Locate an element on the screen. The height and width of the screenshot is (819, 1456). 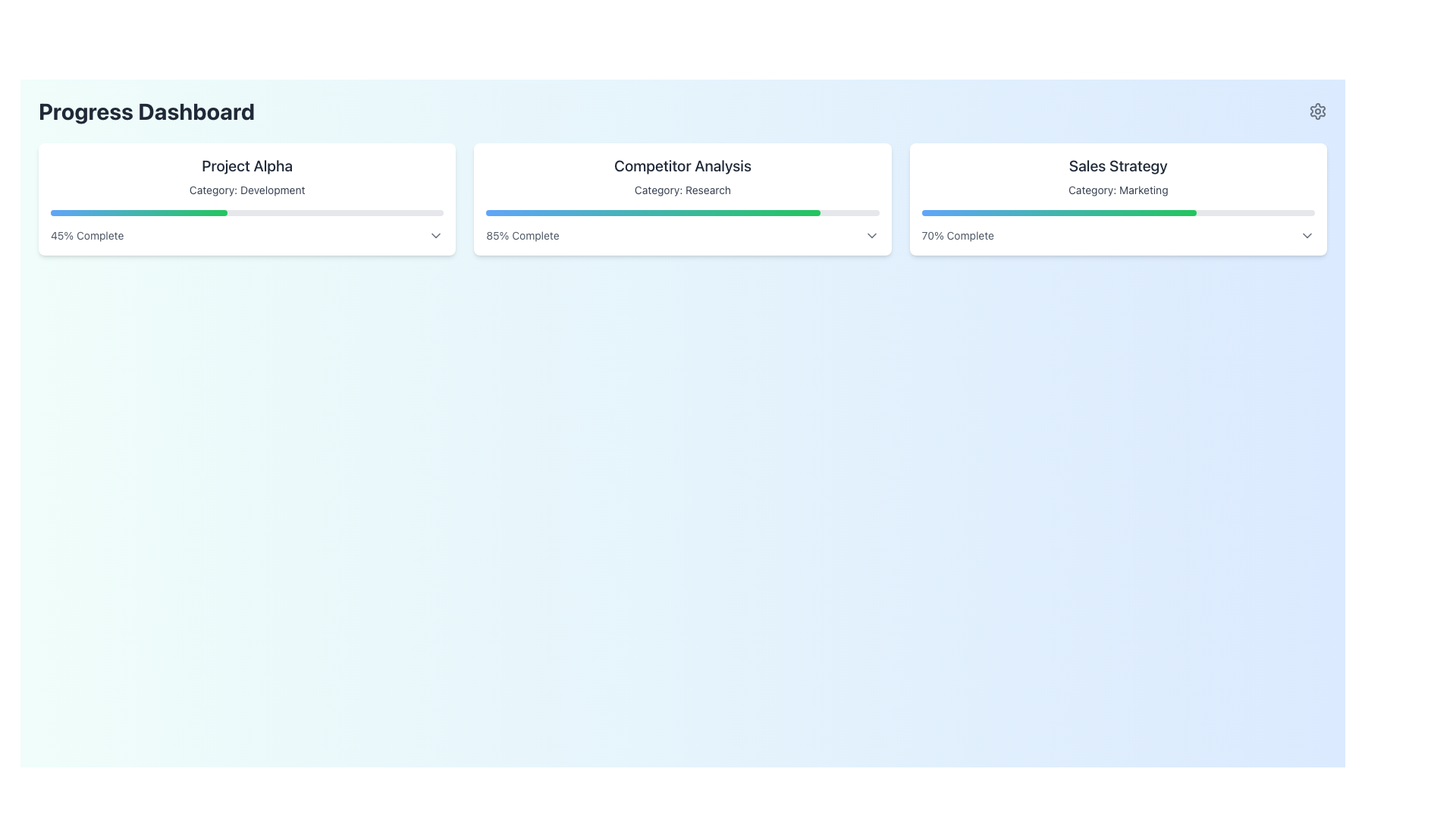
the text element displaying '45% Complete', which is styled in a small light gray font and positioned below the progress bar in the 'Project Alpha' card on the Progress Dashboard is located at coordinates (86, 236).